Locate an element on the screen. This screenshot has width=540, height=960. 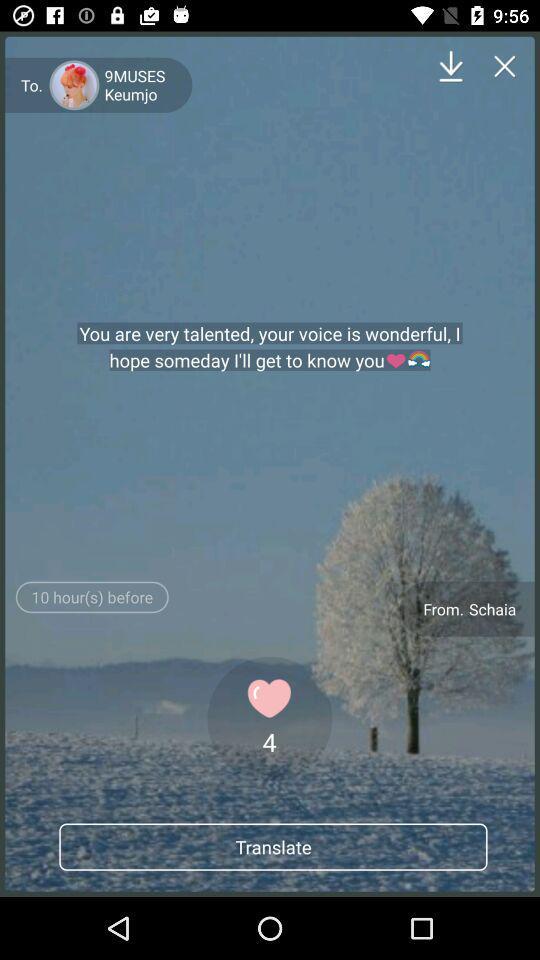
item above the you are very item is located at coordinates (451, 66).